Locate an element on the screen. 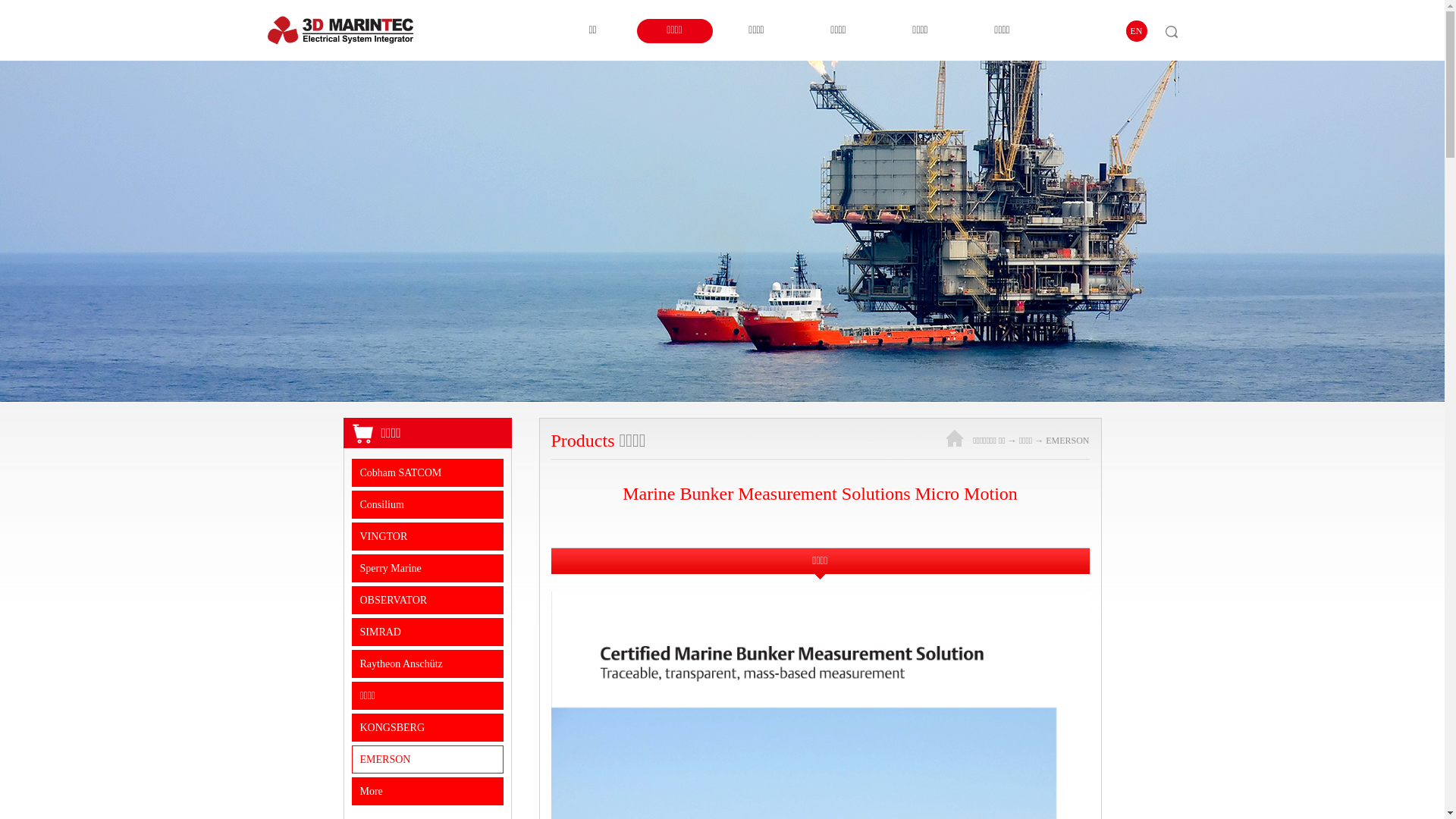 The width and height of the screenshot is (1456, 819). 'More' is located at coordinates (427, 790).